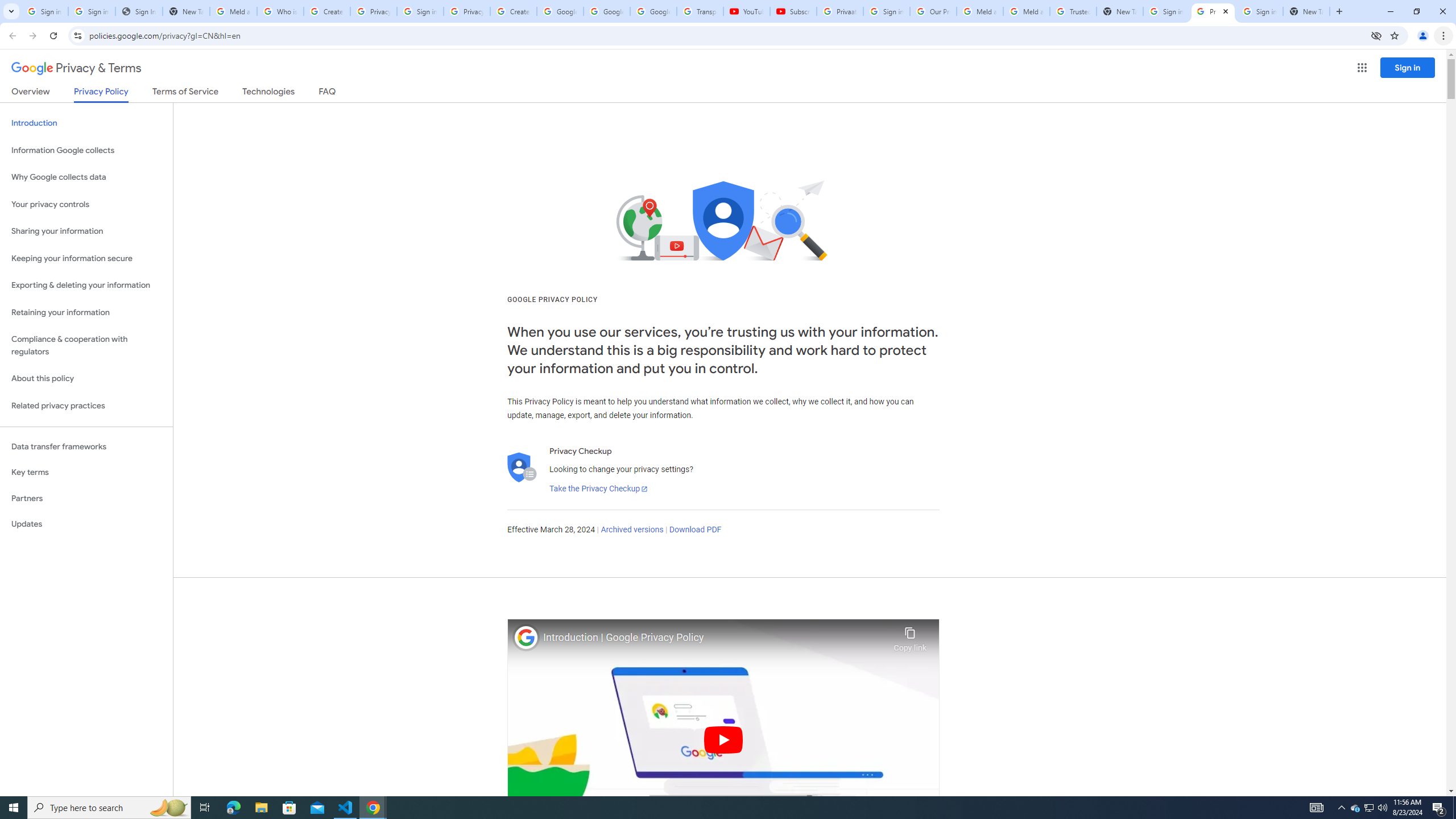 This screenshot has height=819, width=1456. What do you see at coordinates (86, 259) in the screenshot?
I see `'Keeping your information secure'` at bounding box center [86, 259].